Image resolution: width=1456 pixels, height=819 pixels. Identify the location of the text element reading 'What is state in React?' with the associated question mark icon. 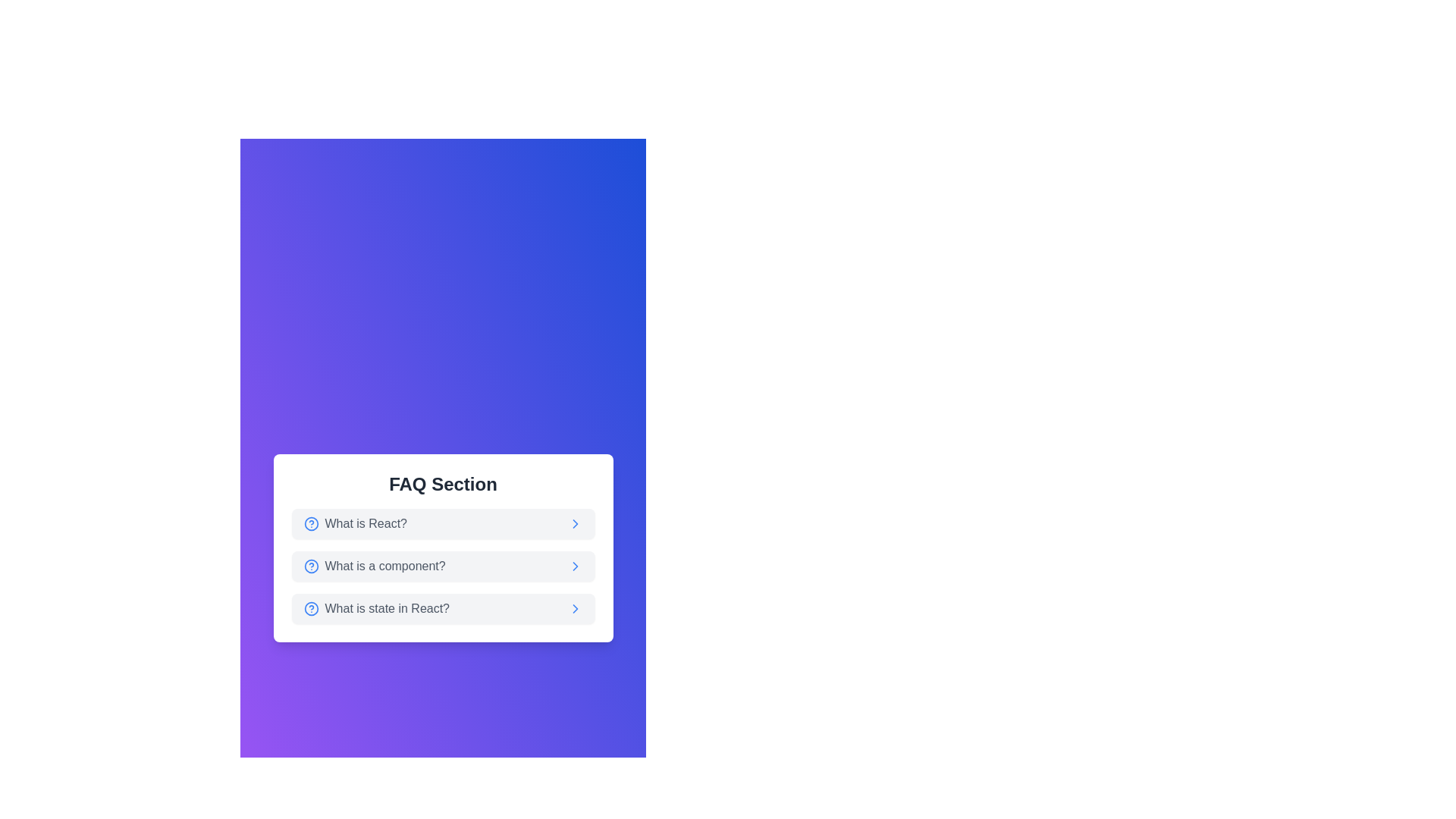
(376, 607).